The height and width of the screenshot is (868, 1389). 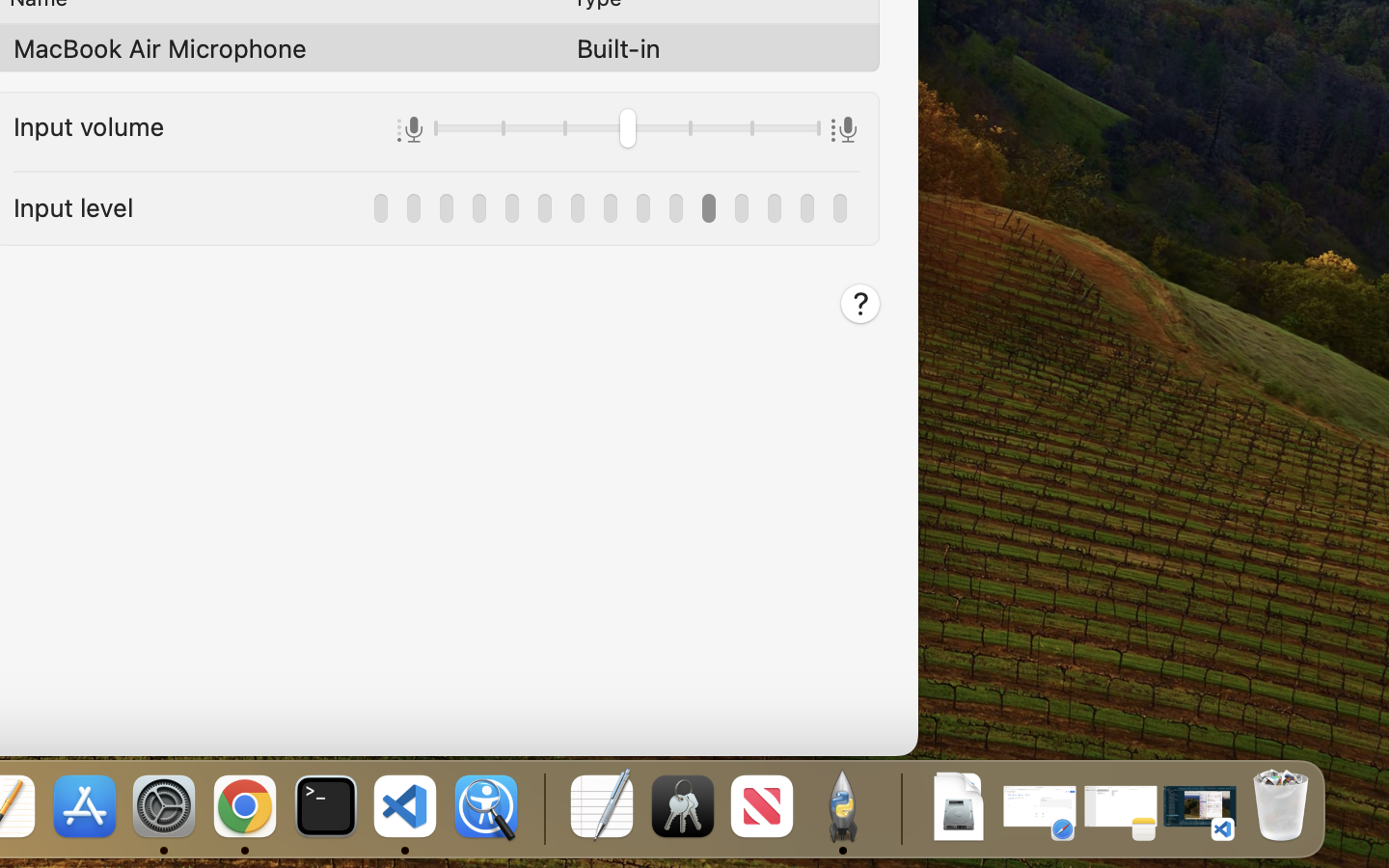 What do you see at coordinates (89, 124) in the screenshot?
I see `'Input volume'` at bounding box center [89, 124].